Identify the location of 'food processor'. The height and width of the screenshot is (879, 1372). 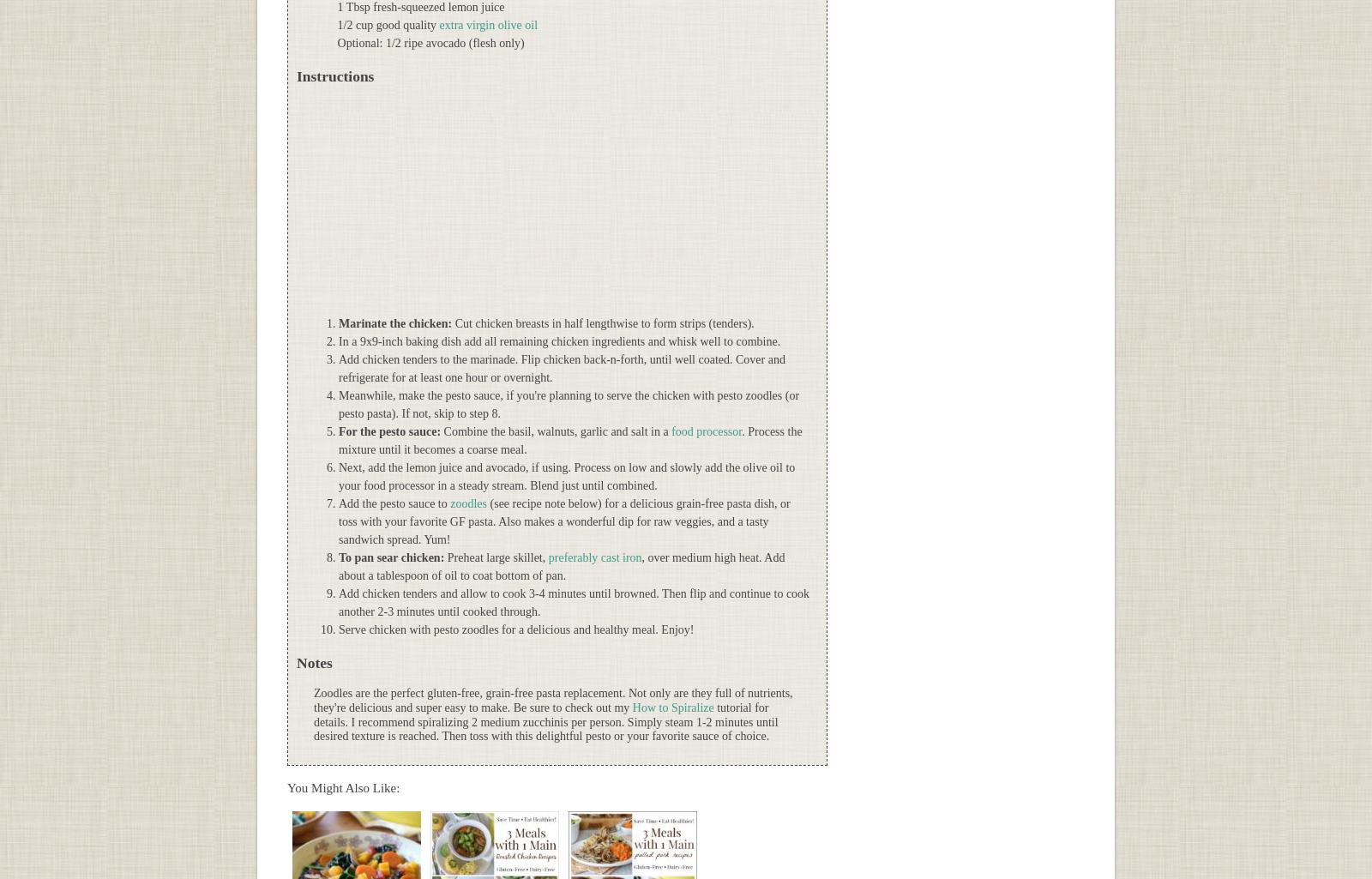
(706, 431).